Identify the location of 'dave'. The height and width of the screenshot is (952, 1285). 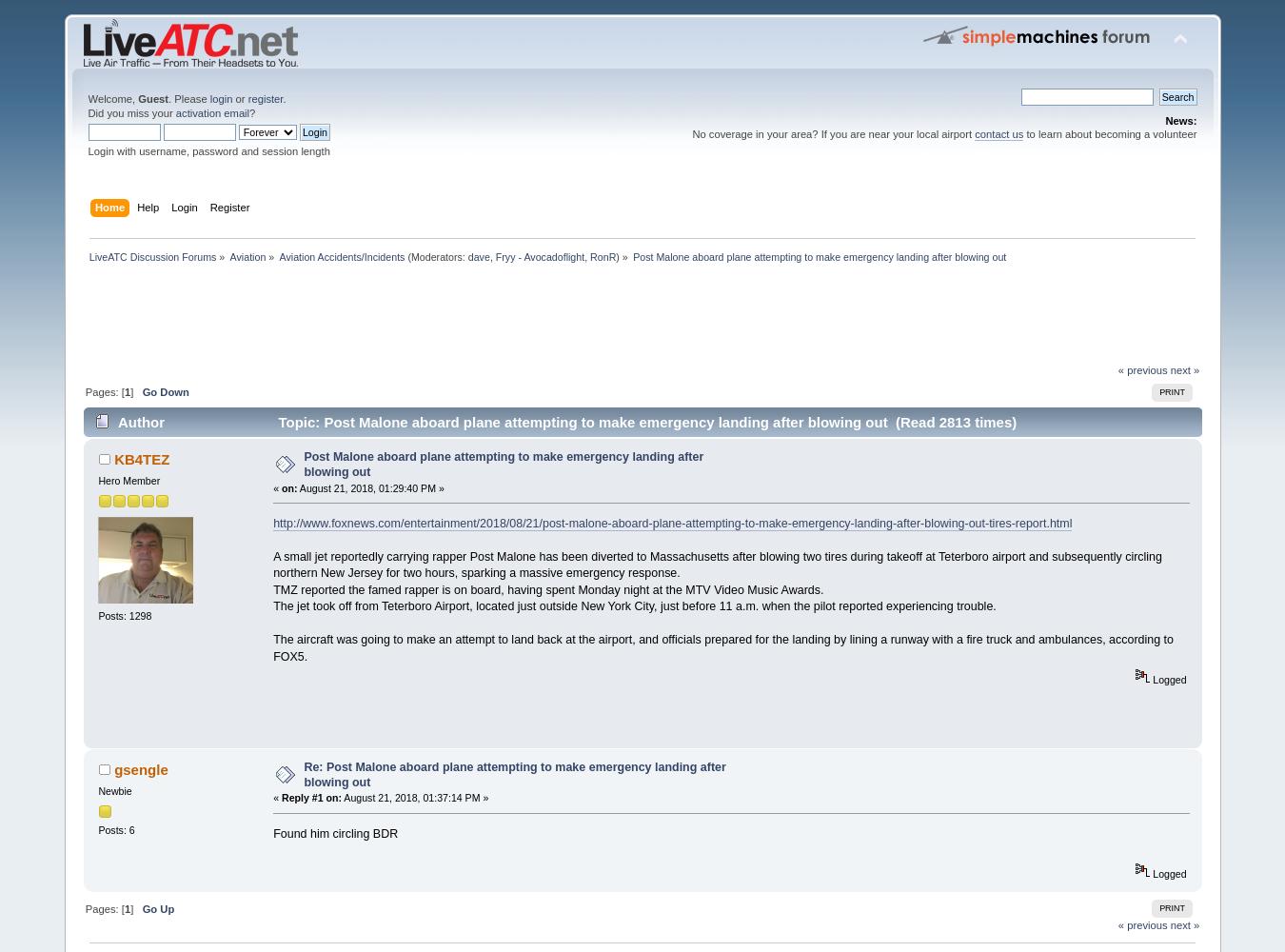
(477, 257).